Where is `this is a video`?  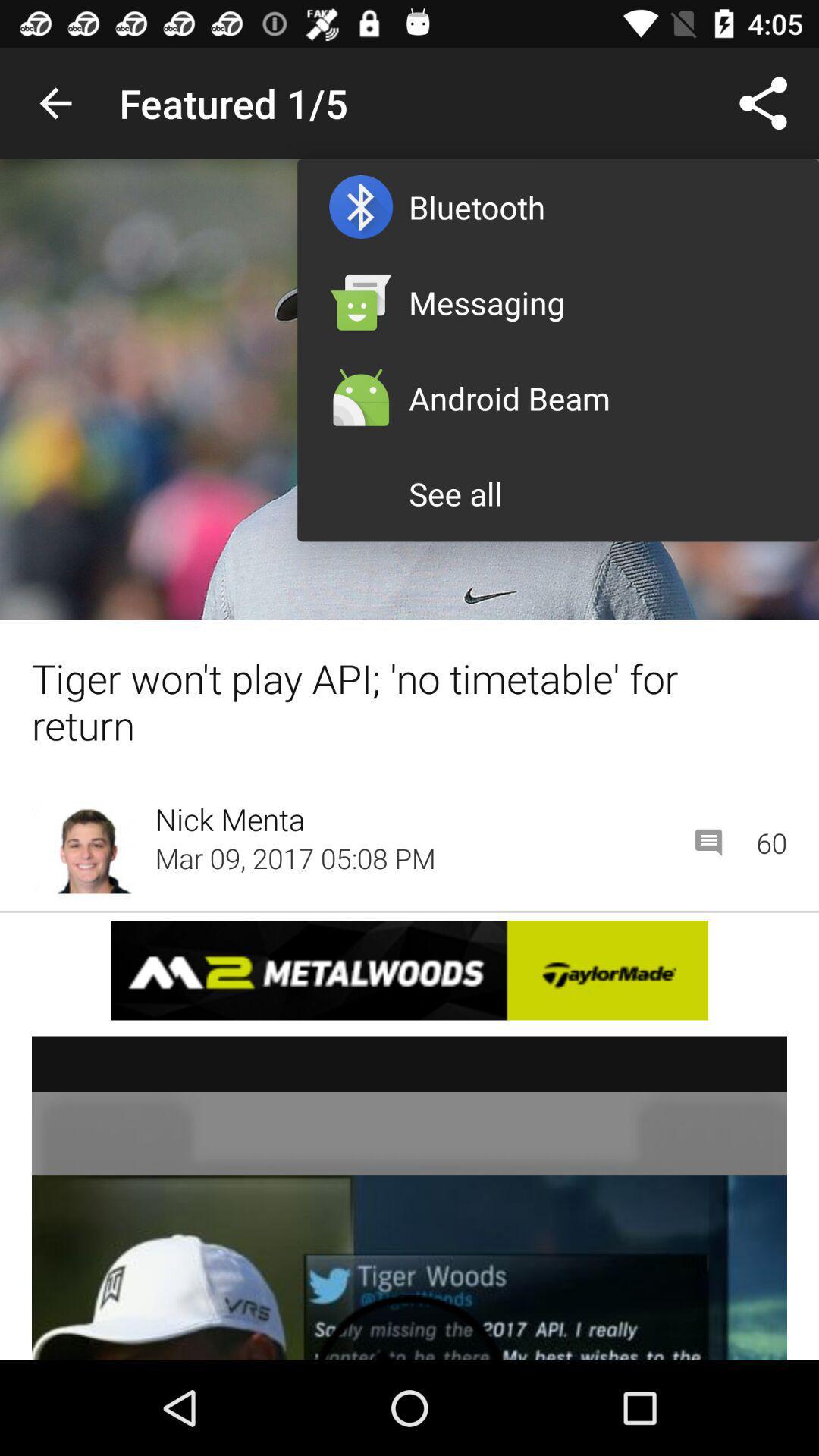 this is a video is located at coordinates (409, 1197).